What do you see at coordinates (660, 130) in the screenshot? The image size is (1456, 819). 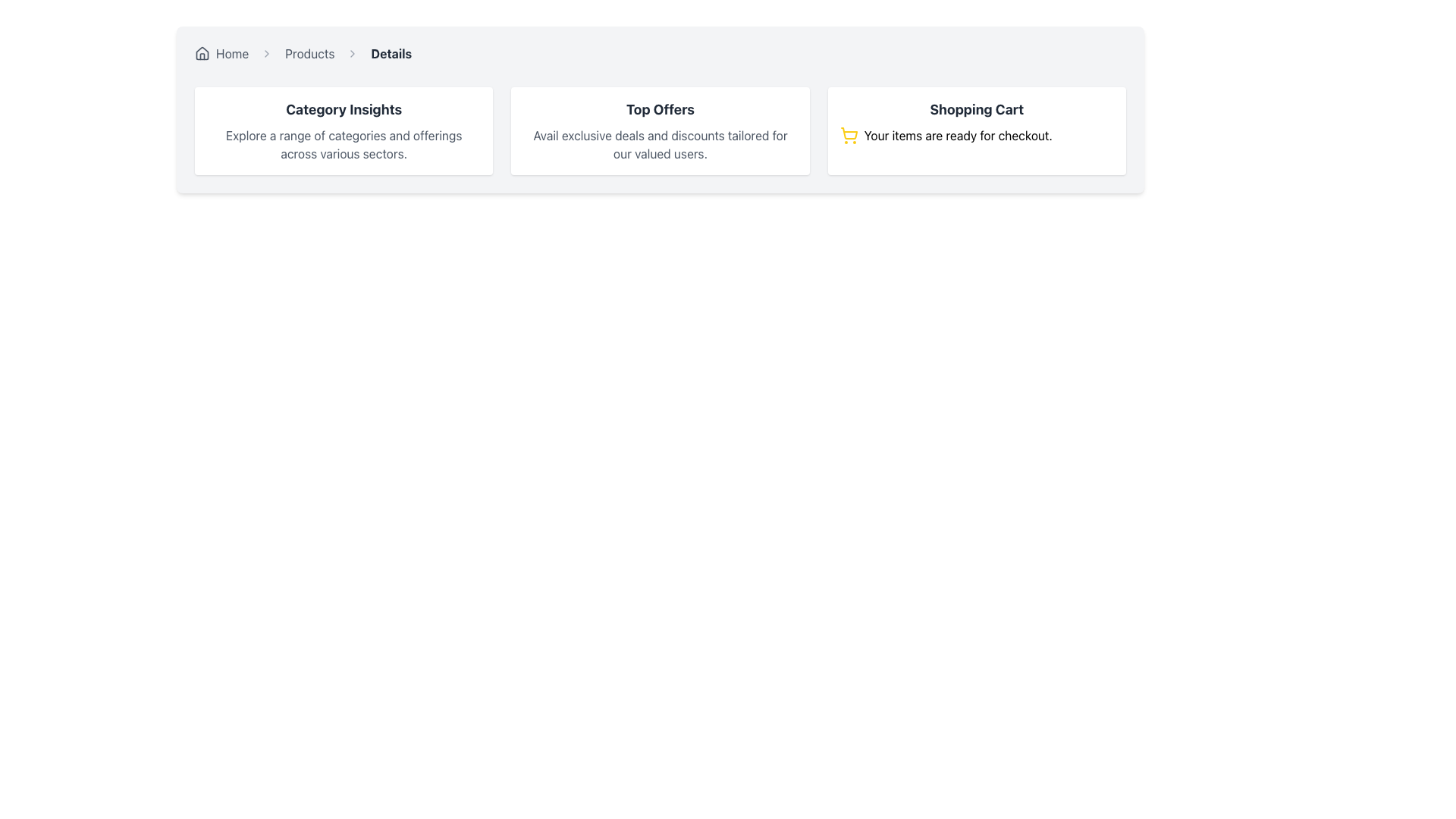 I see `the 'Top Offers' informational card element, which has a white background, rounded corners, and displays the text 'Top Offers' at the top and 'Avail exclusive deals and discounts tailored for our valued users.' centered inside` at bounding box center [660, 130].